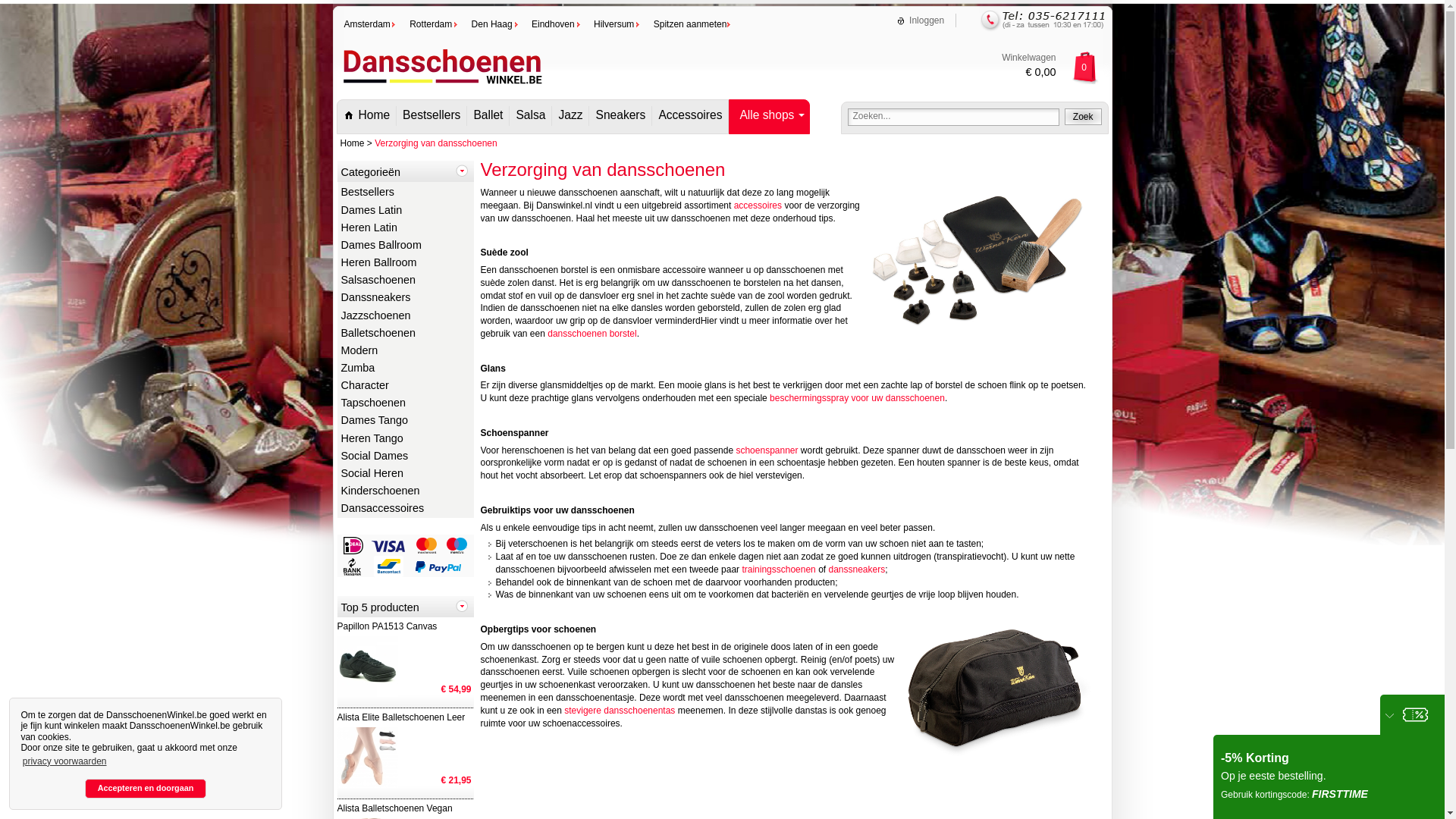  Describe the element at coordinates (433, 24) in the screenshot. I see `'Rotterdam'` at that location.